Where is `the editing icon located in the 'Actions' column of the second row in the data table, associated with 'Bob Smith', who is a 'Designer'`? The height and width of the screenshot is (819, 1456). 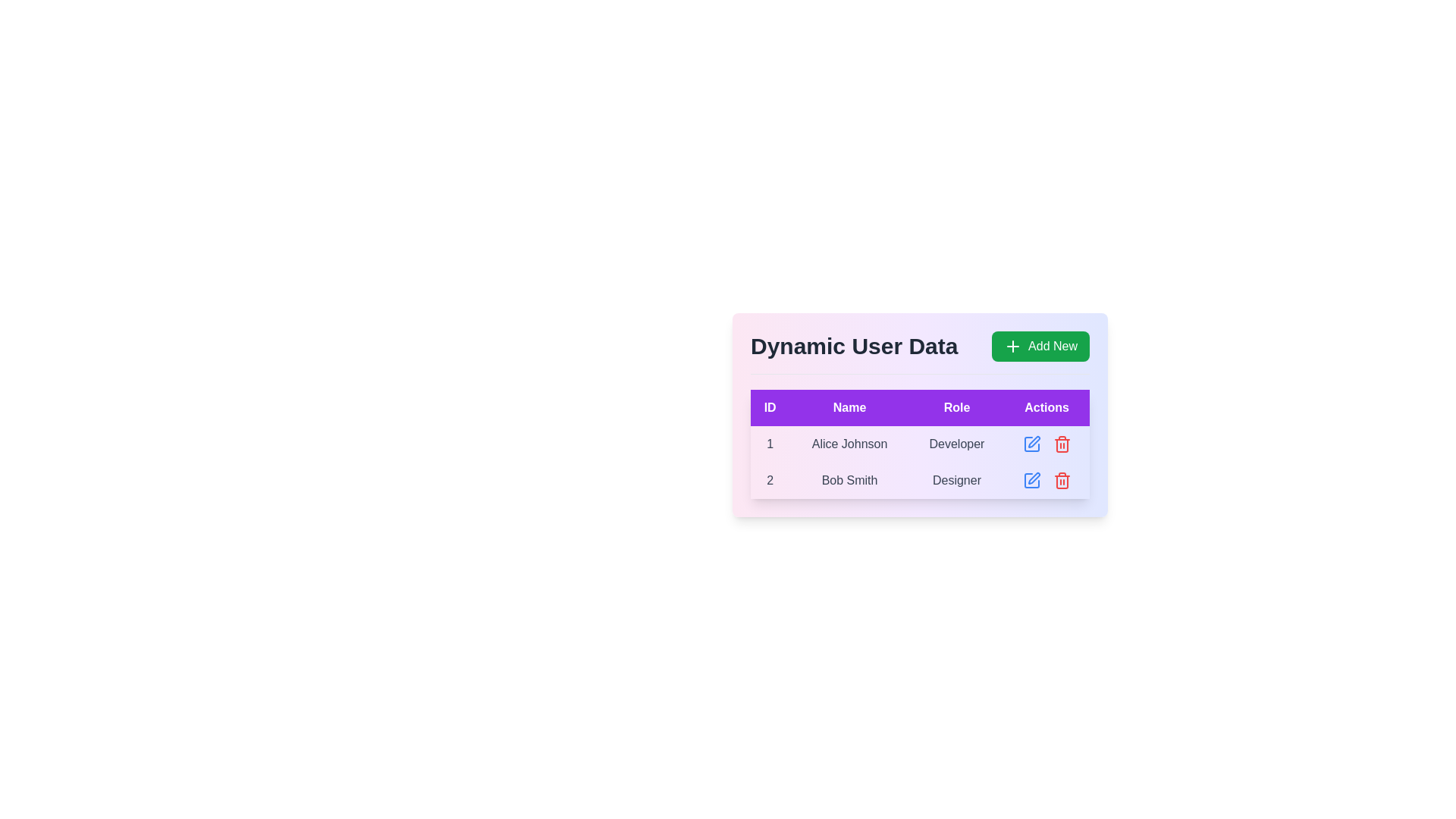
the editing icon located in the 'Actions' column of the second row in the data table, associated with 'Bob Smith', who is a 'Designer' is located at coordinates (1031, 444).